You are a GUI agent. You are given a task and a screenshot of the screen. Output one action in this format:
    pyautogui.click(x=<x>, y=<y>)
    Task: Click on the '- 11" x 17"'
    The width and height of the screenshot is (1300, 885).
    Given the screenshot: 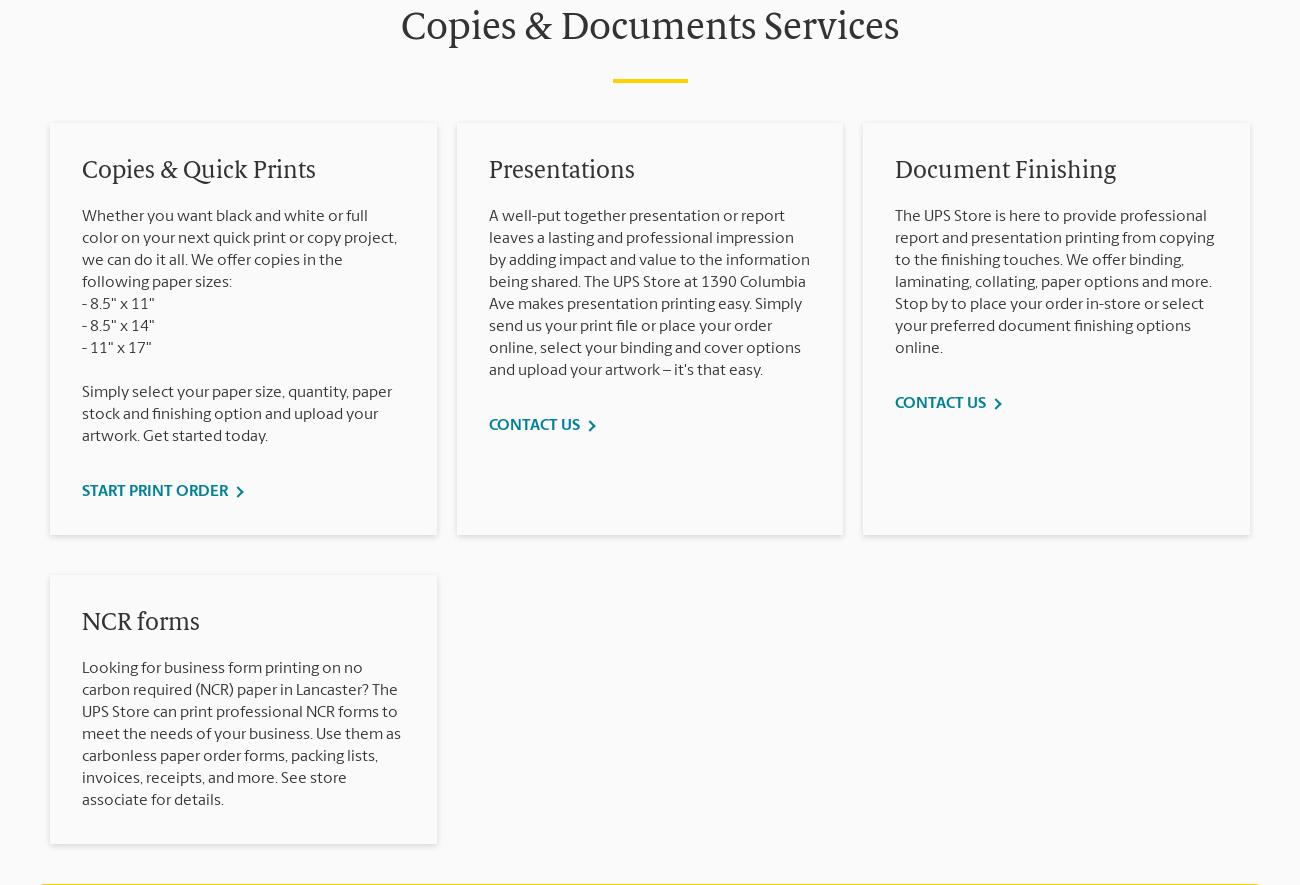 What is the action you would take?
    pyautogui.click(x=82, y=347)
    